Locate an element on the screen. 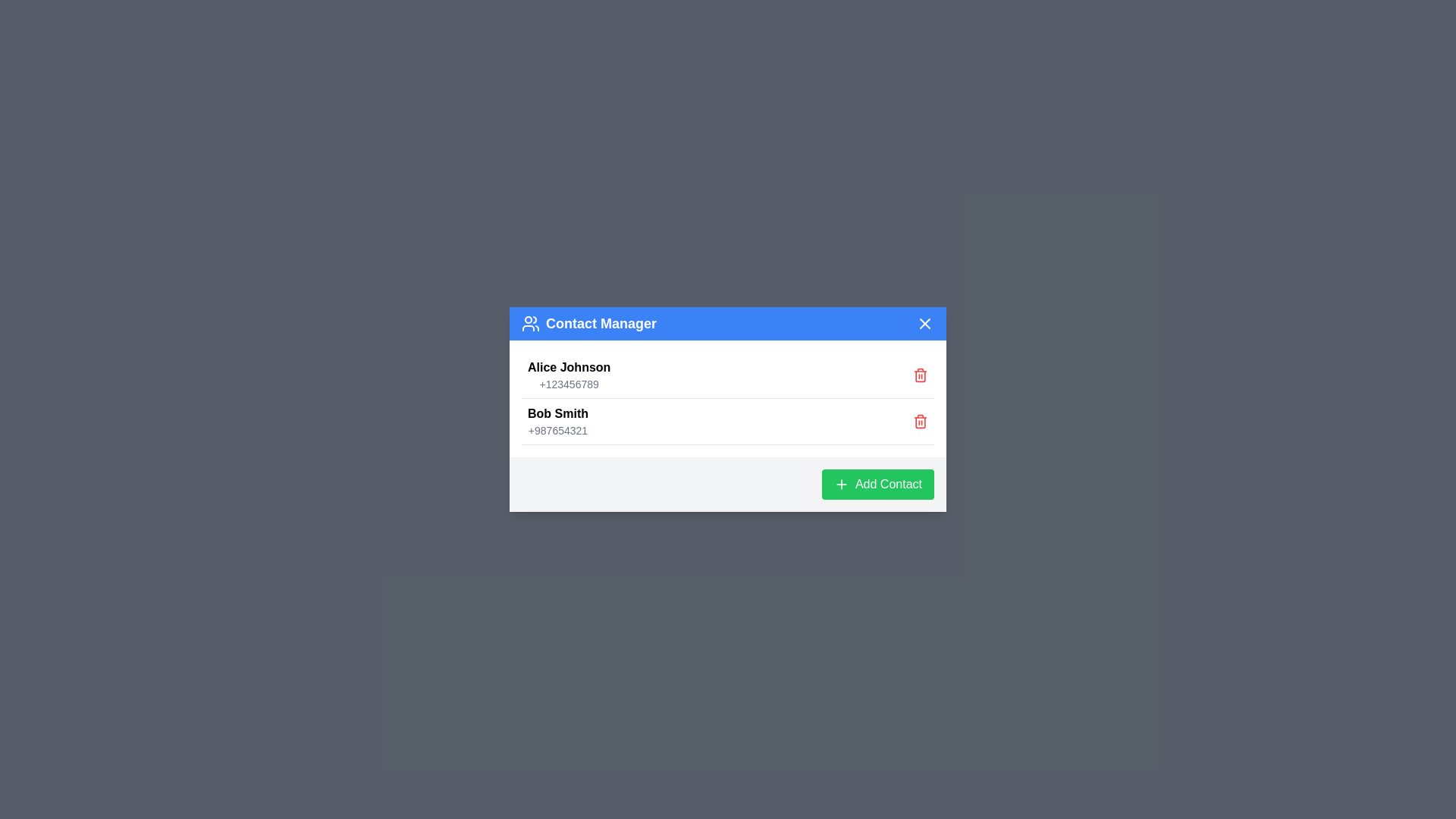 The width and height of the screenshot is (1456, 819). the 'Add Contact' button to add a new contact is located at coordinates (877, 485).